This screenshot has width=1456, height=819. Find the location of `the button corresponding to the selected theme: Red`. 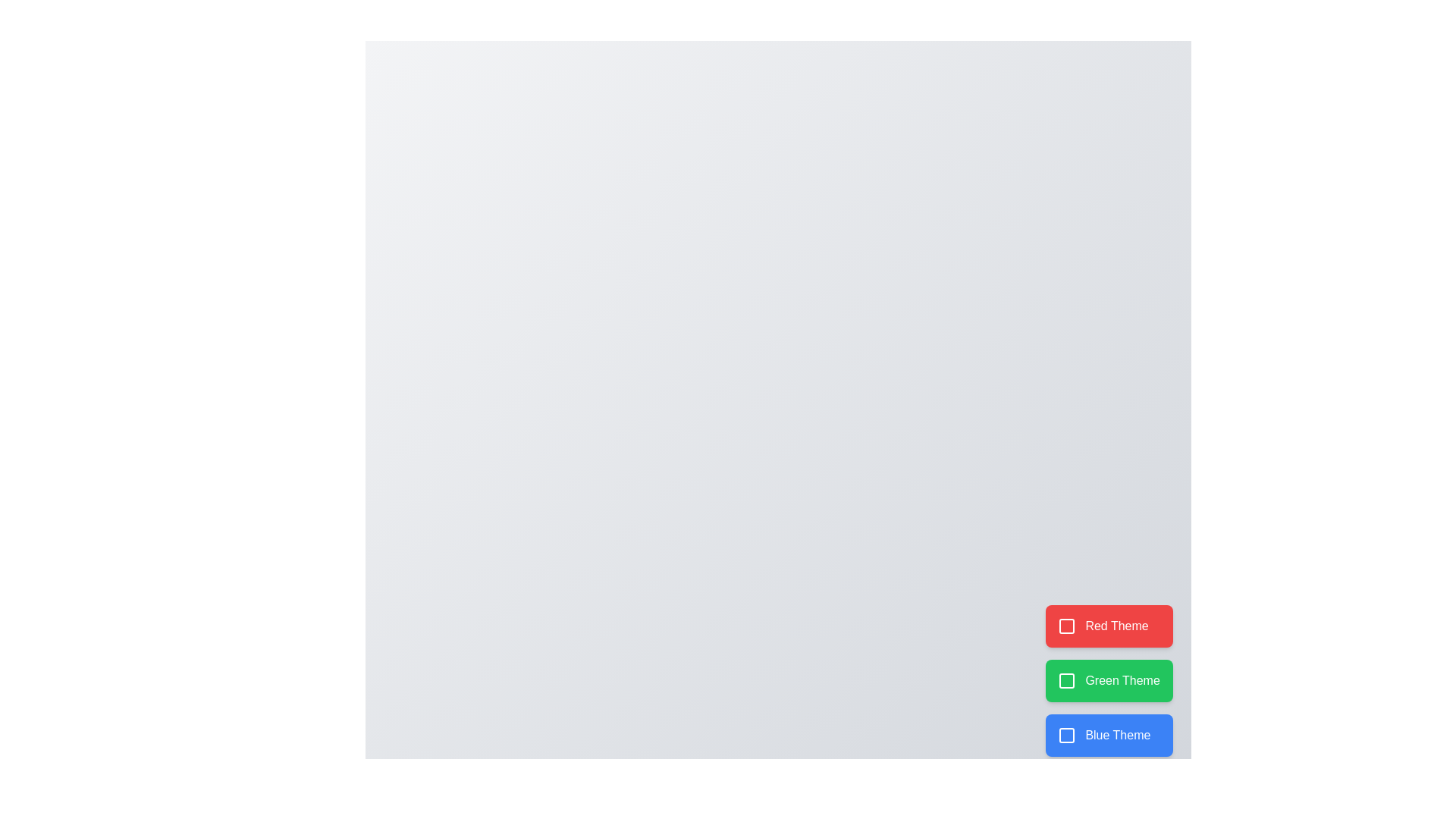

the button corresponding to the selected theme: Red is located at coordinates (1109, 626).